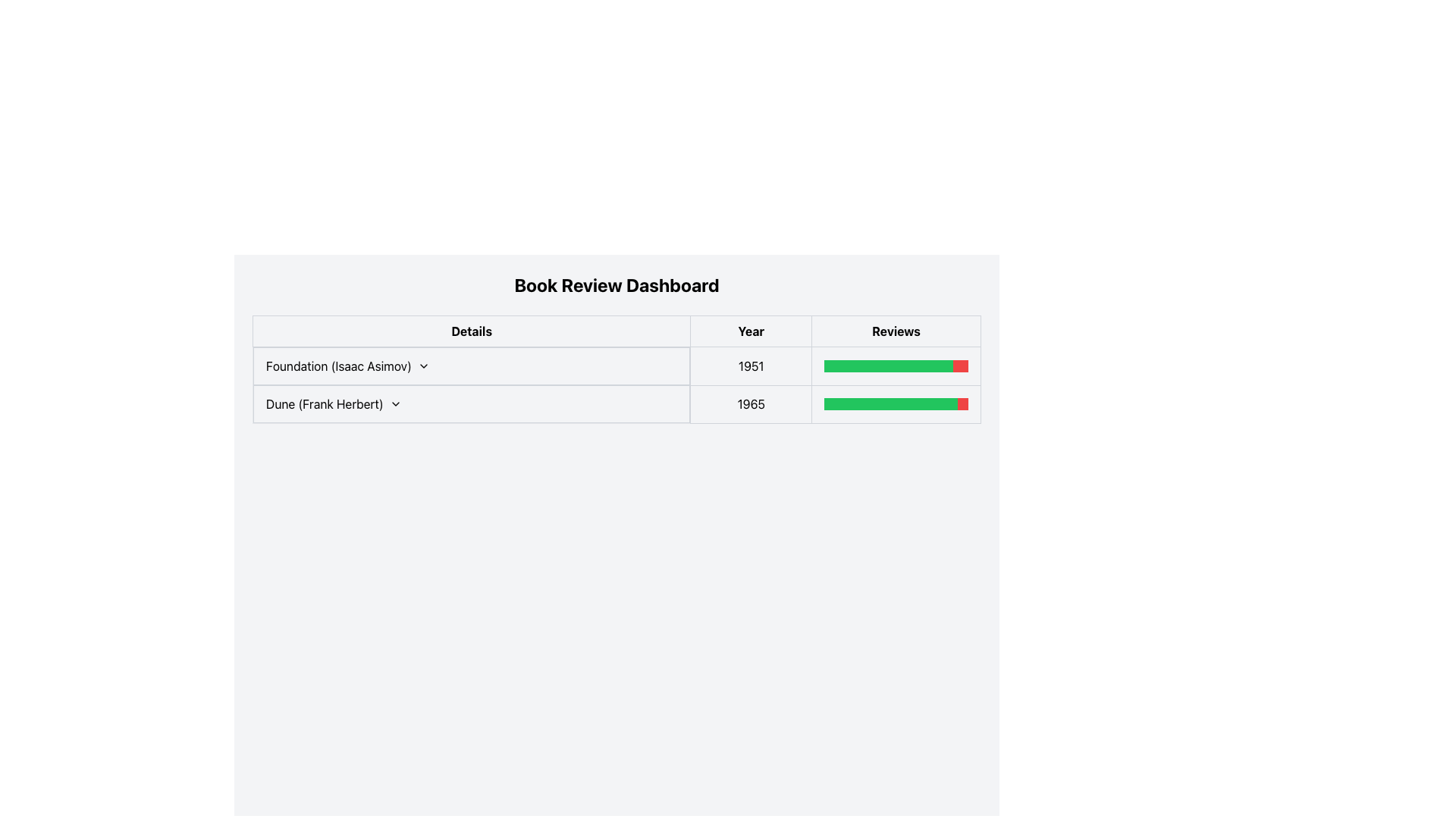 This screenshot has height=819, width=1456. What do you see at coordinates (896, 403) in the screenshot?
I see `the Progress bar in the 'Reviews' column of the second row for the book 'Dune', which visually represents positive versus negative reviews` at bounding box center [896, 403].